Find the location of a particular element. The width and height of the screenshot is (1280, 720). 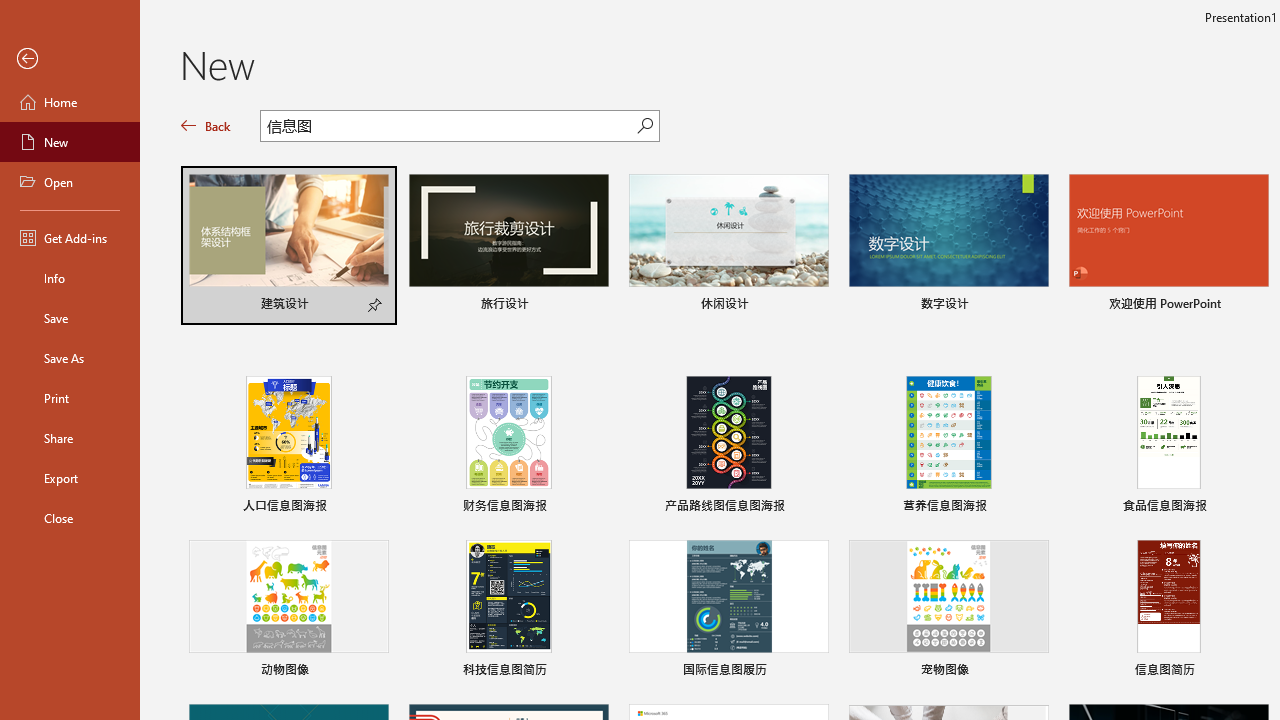

'Search for online templates and themes' is located at coordinates (448, 128).